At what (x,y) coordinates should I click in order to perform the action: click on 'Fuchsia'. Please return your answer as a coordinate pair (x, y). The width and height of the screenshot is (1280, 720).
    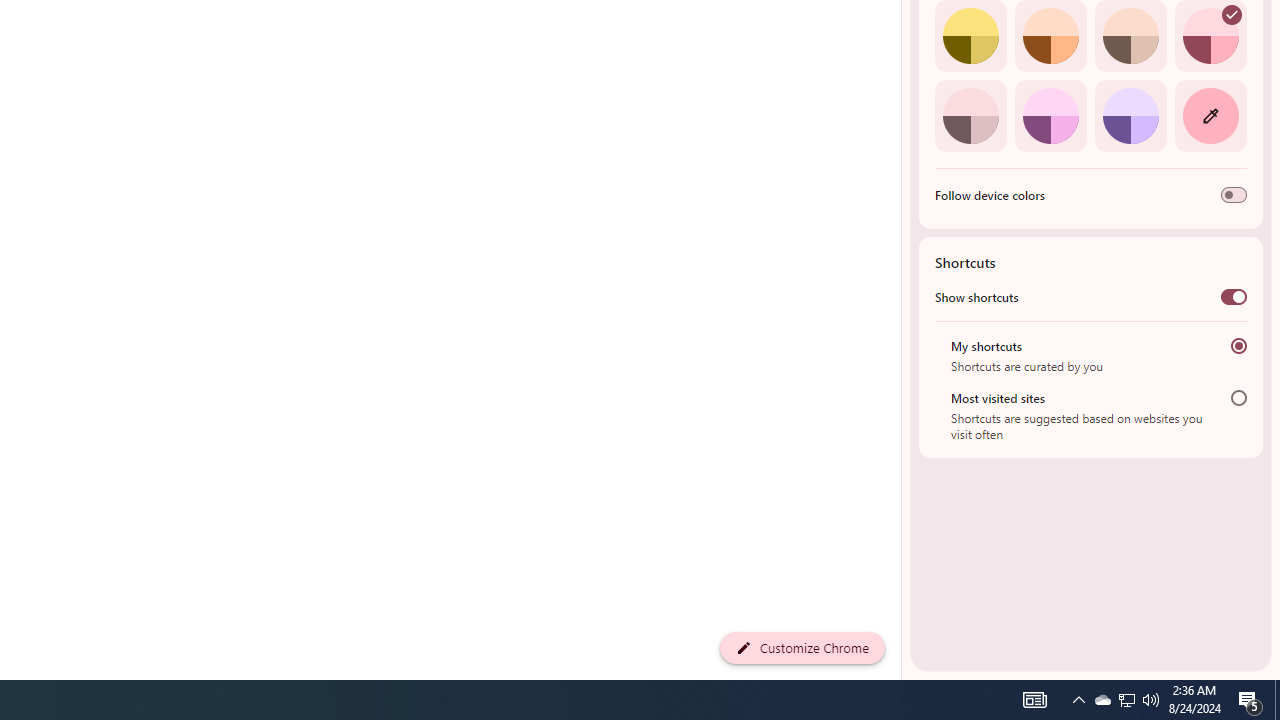
    Looking at the image, I should click on (1049, 115).